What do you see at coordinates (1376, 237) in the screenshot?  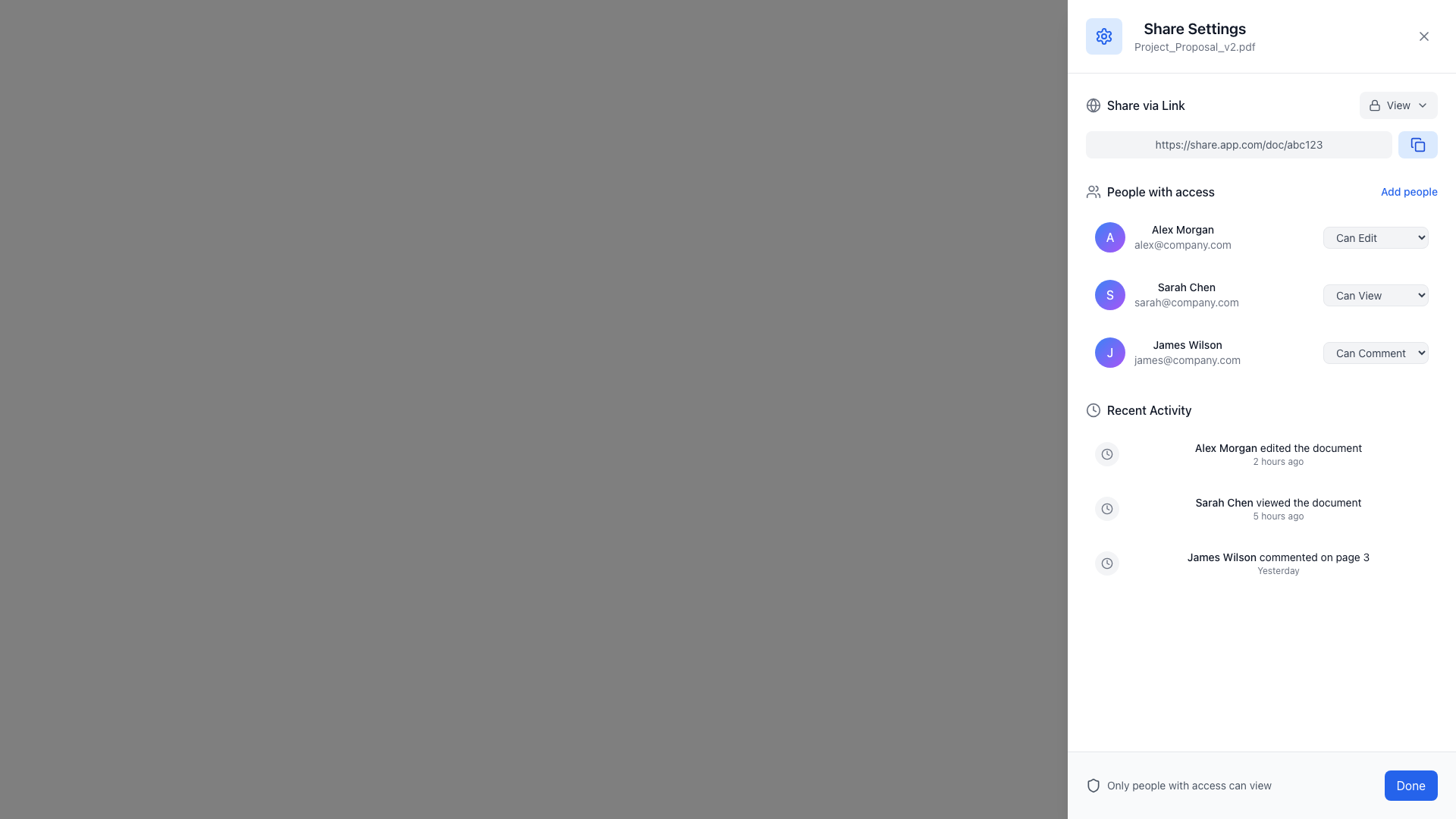 I see `the dropdown menu button for 'Alex Morgan'` at bounding box center [1376, 237].